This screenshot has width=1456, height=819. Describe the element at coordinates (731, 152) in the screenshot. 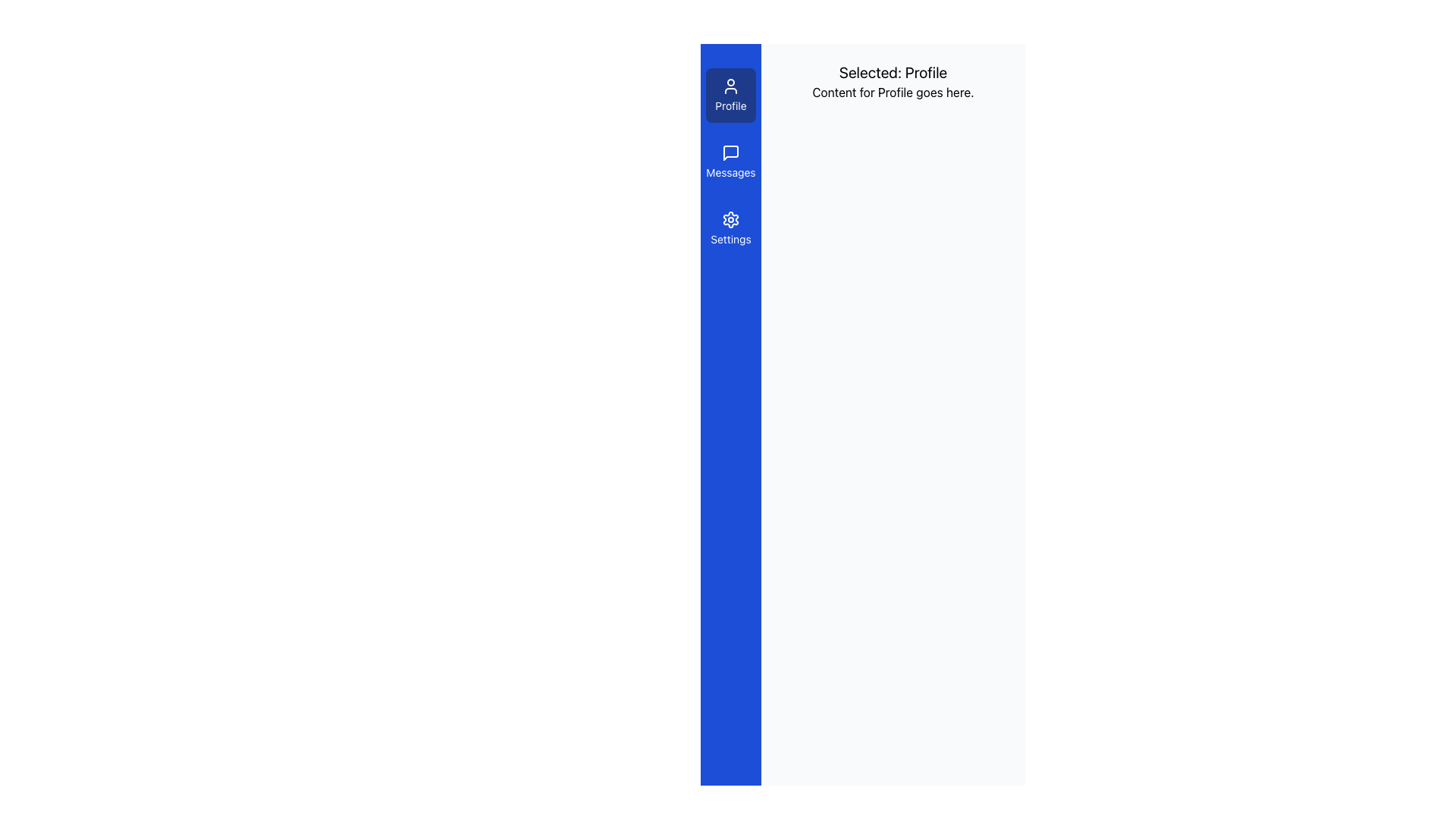

I see `the 'Messages' SVG icon located in the left sidebar` at that location.